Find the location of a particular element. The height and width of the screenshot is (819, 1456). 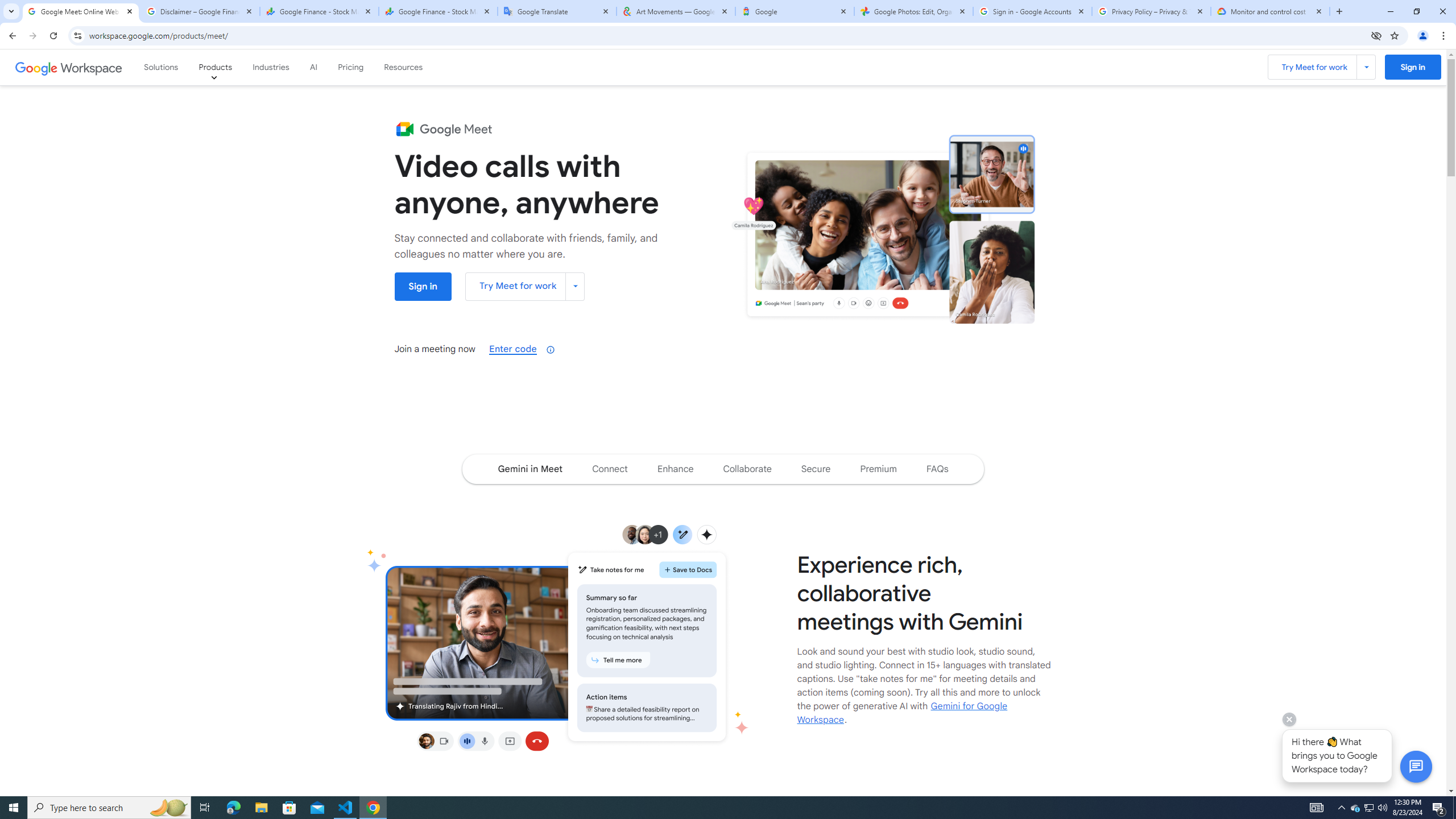

'Sign into Google Meet ' is located at coordinates (423, 286).